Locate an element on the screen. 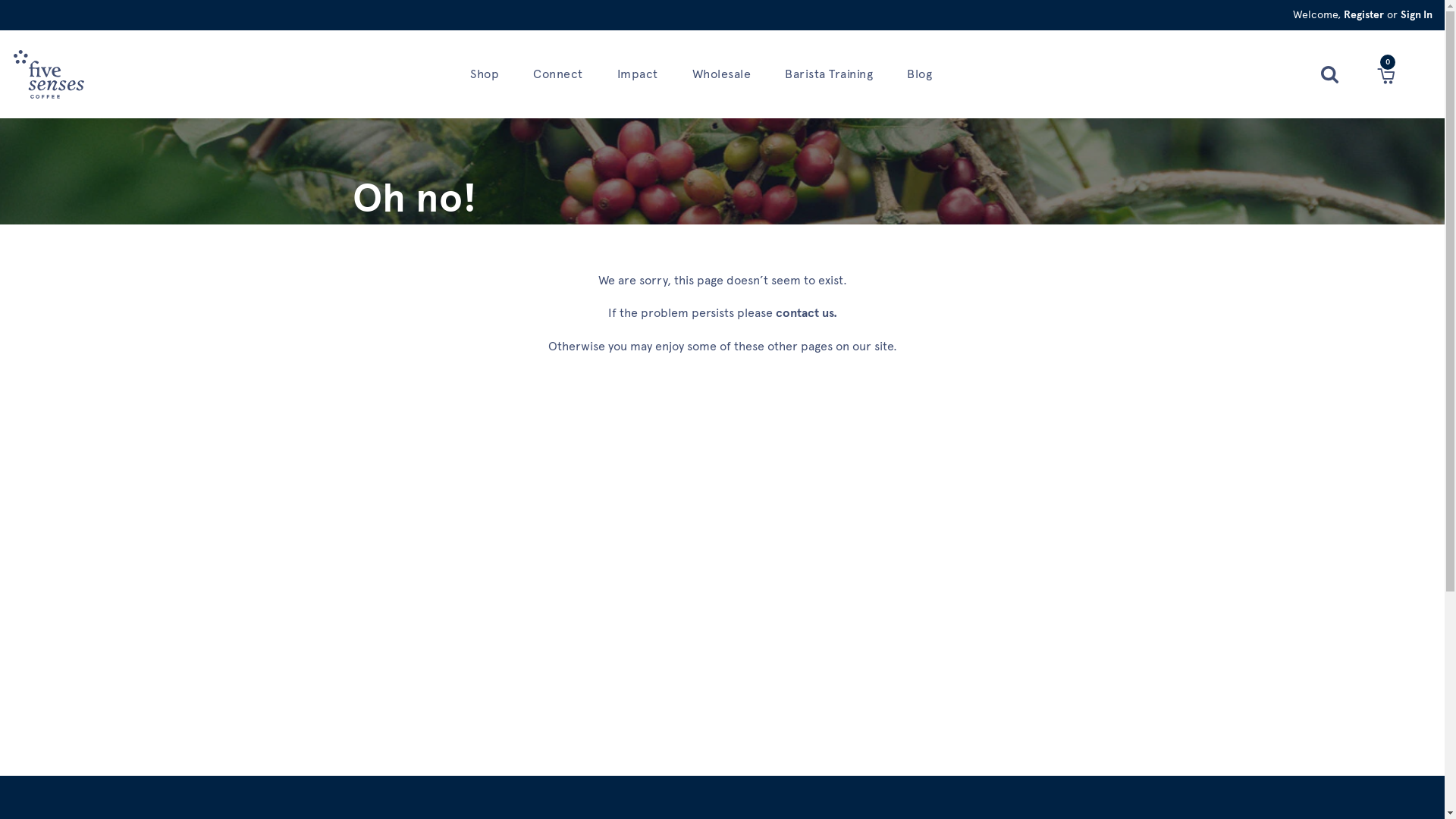  'Blog' is located at coordinates (892, 74).